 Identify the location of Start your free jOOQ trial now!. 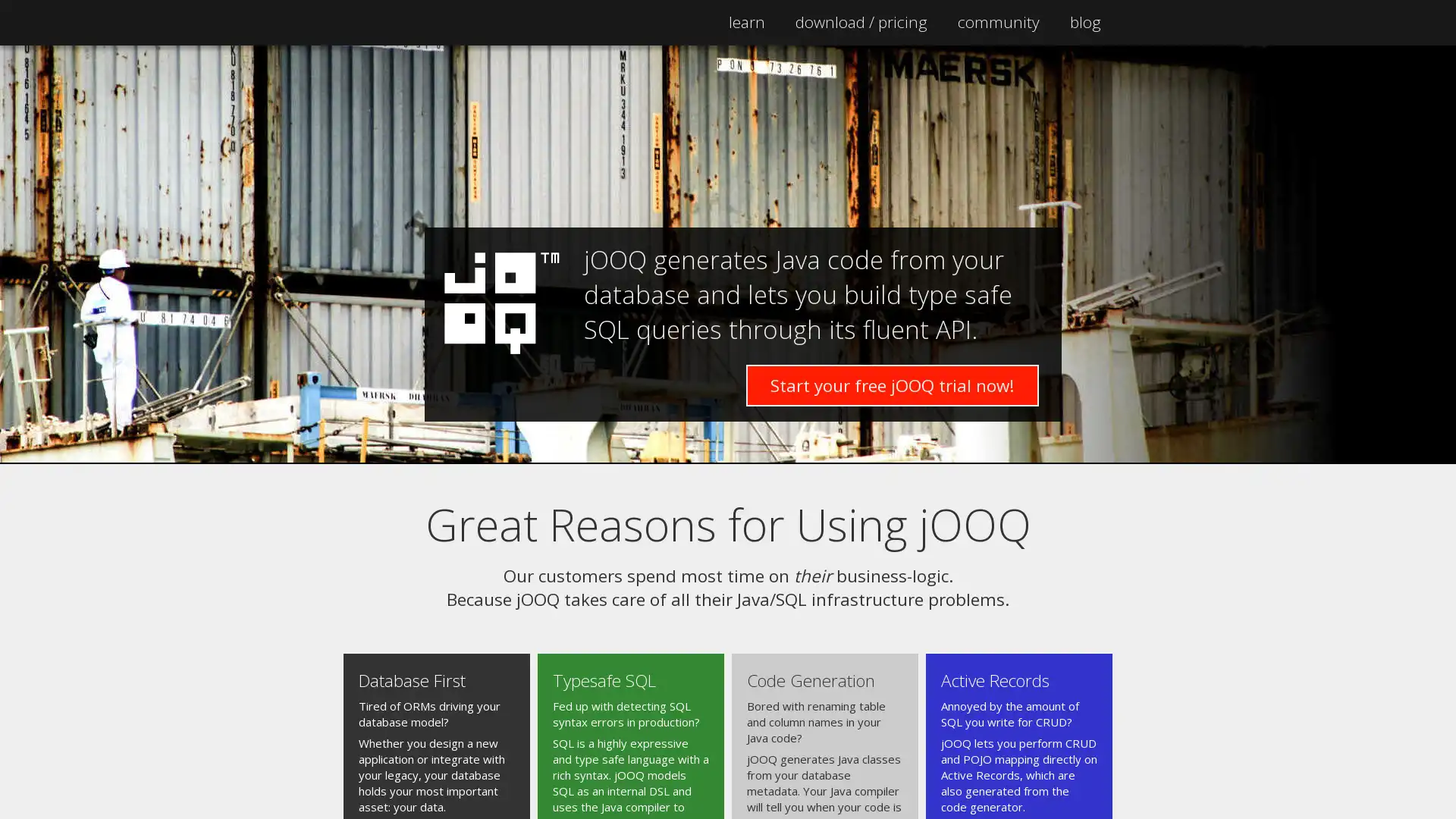
(892, 384).